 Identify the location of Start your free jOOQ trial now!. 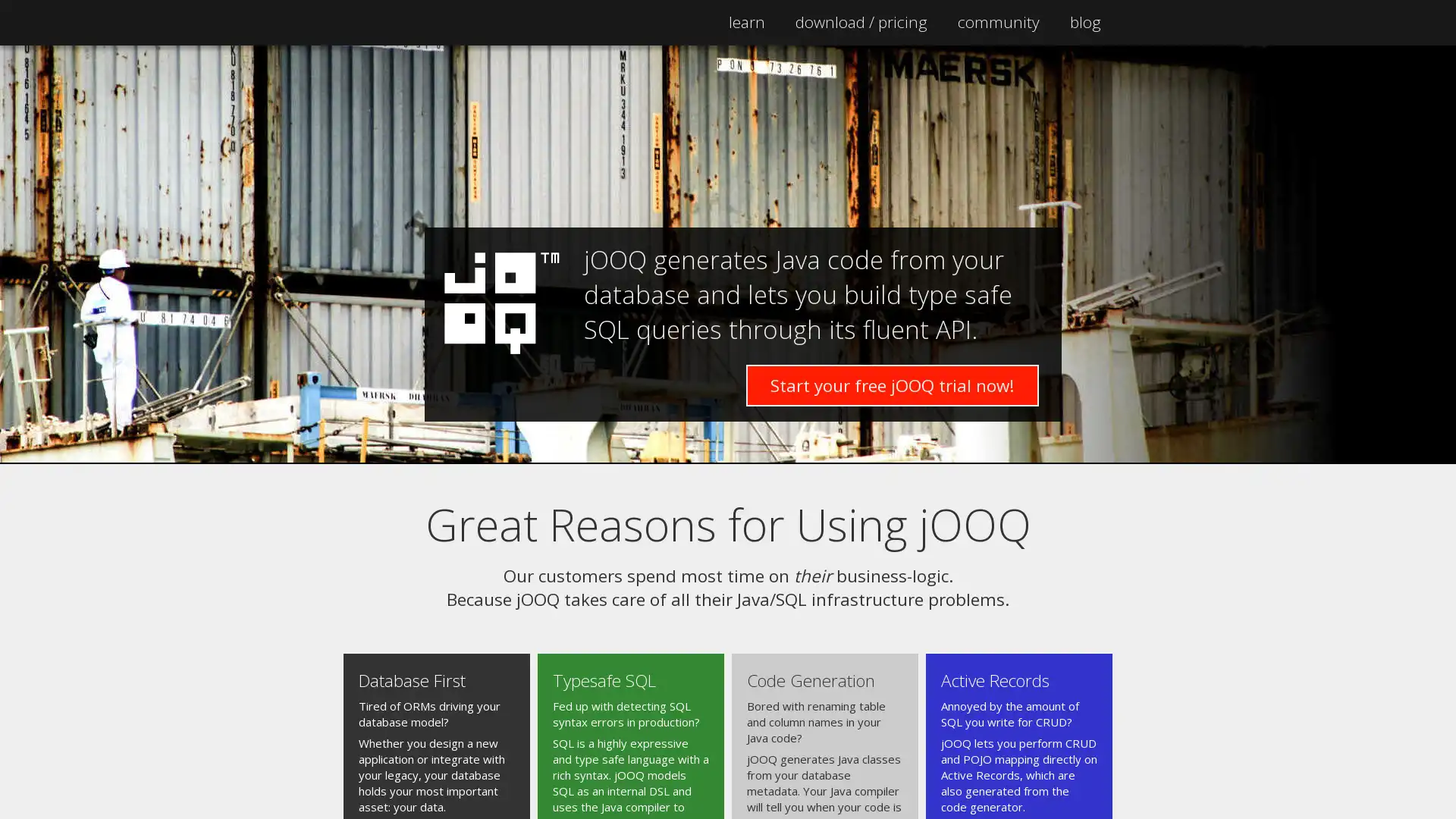
(892, 384).